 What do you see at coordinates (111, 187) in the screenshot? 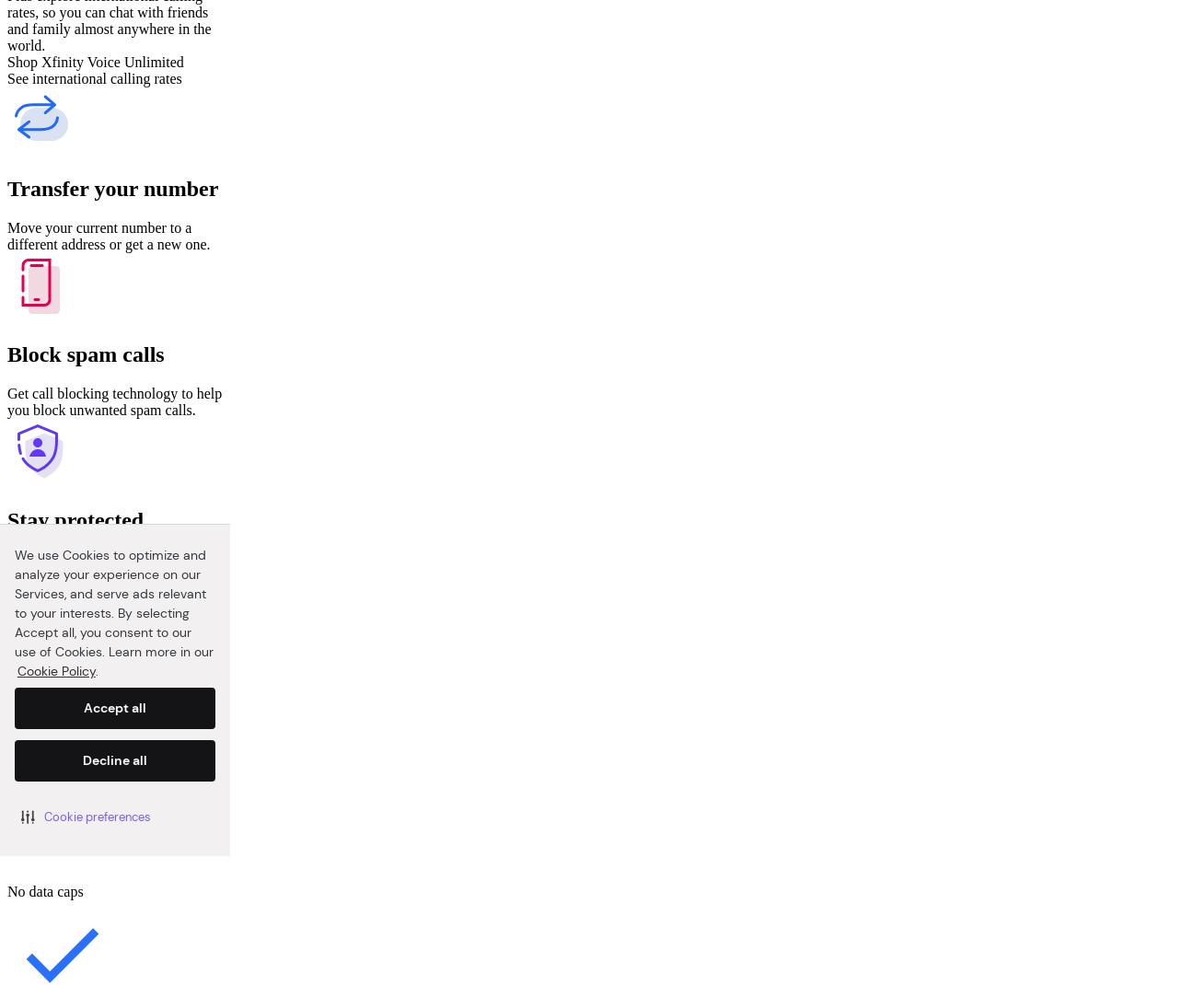
I see `'Transfer your number'` at bounding box center [111, 187].